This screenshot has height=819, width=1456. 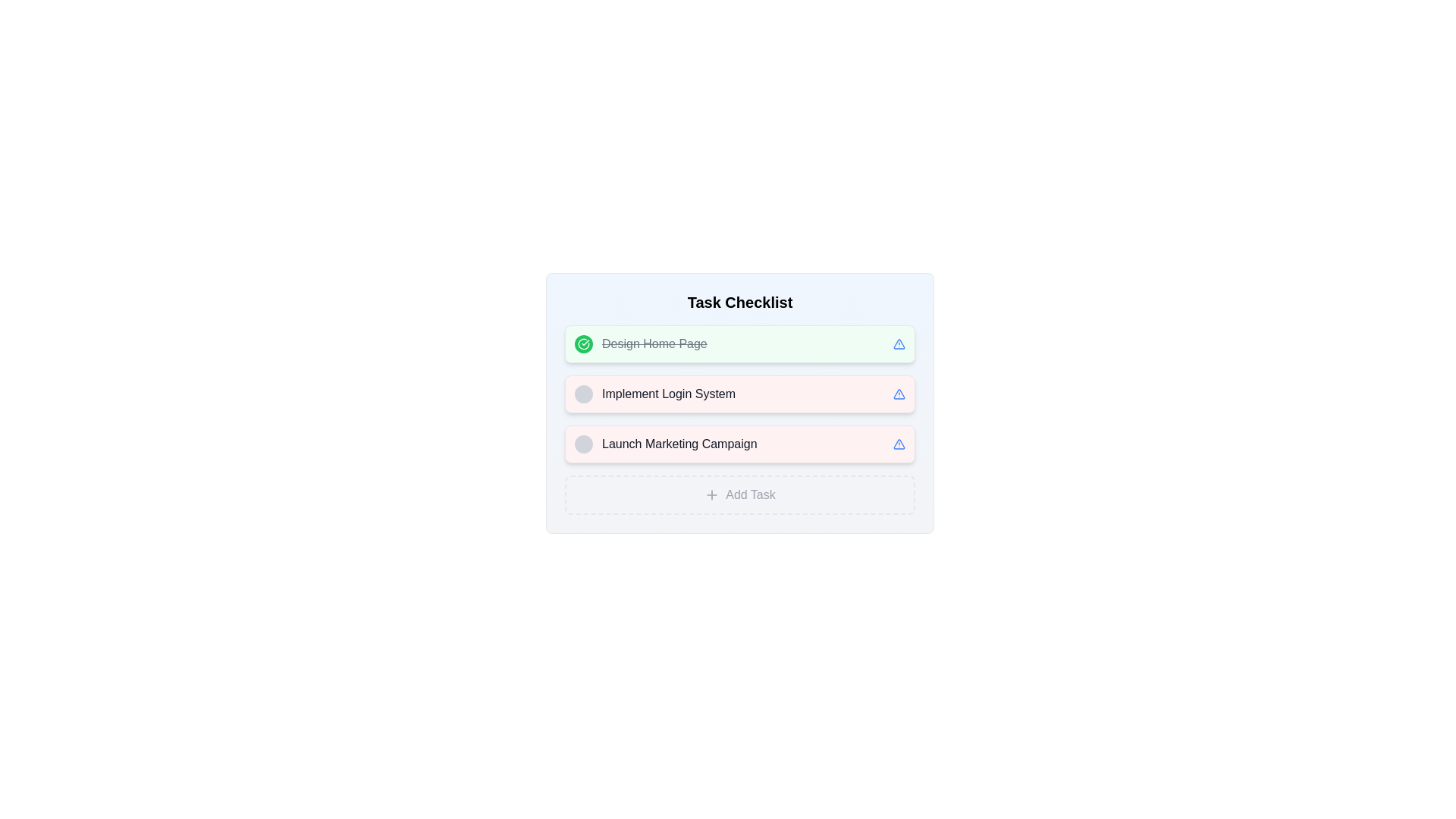 I want to click on the Circle-shaped button or icon that marks the task associated with 'Launch Marketing Campaign', so click(x=582, y=444).